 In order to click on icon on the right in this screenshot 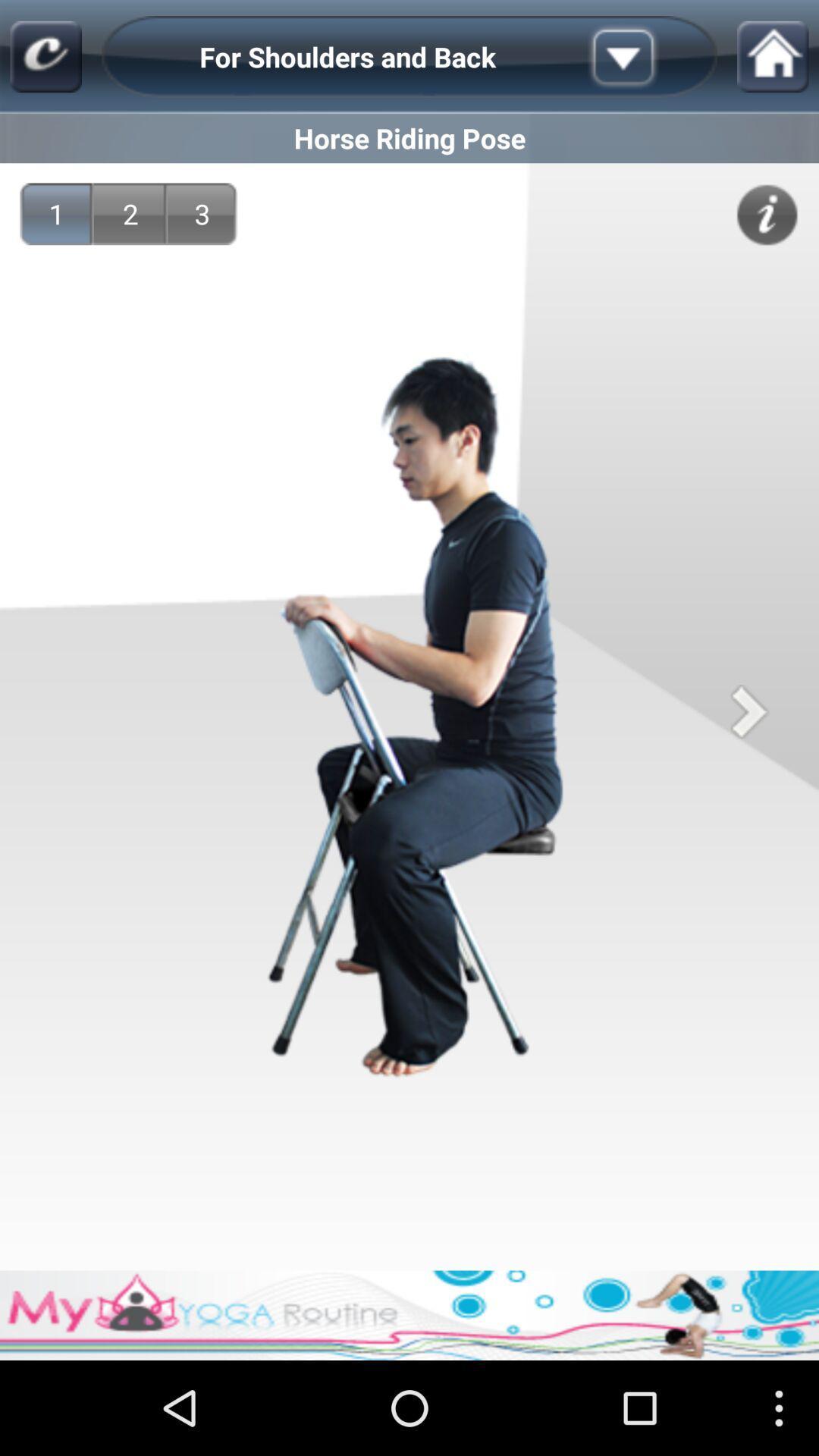, I will do `click(748, 711)`.